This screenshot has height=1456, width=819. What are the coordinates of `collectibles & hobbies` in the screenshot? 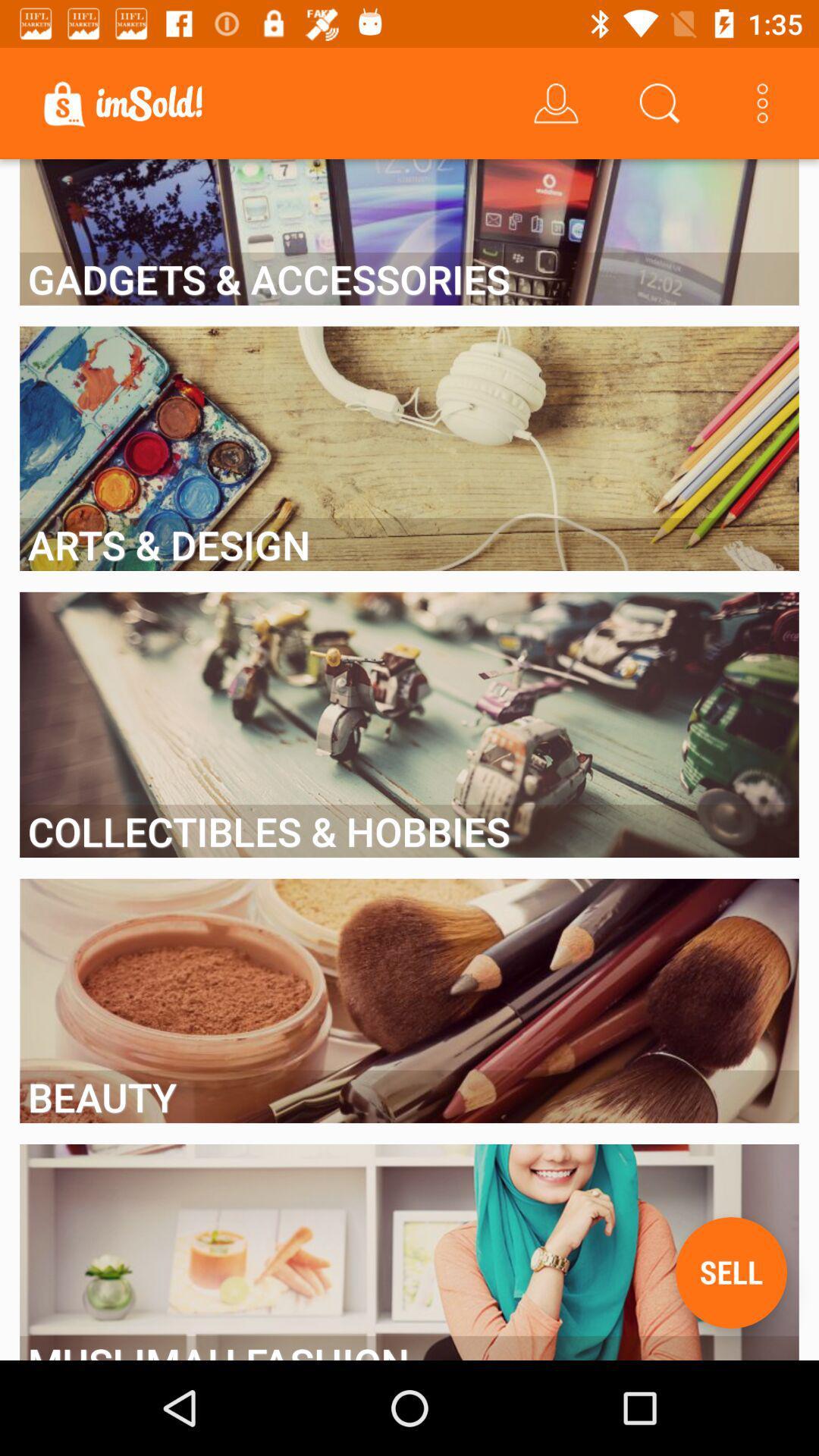 It's located at (409, 830).